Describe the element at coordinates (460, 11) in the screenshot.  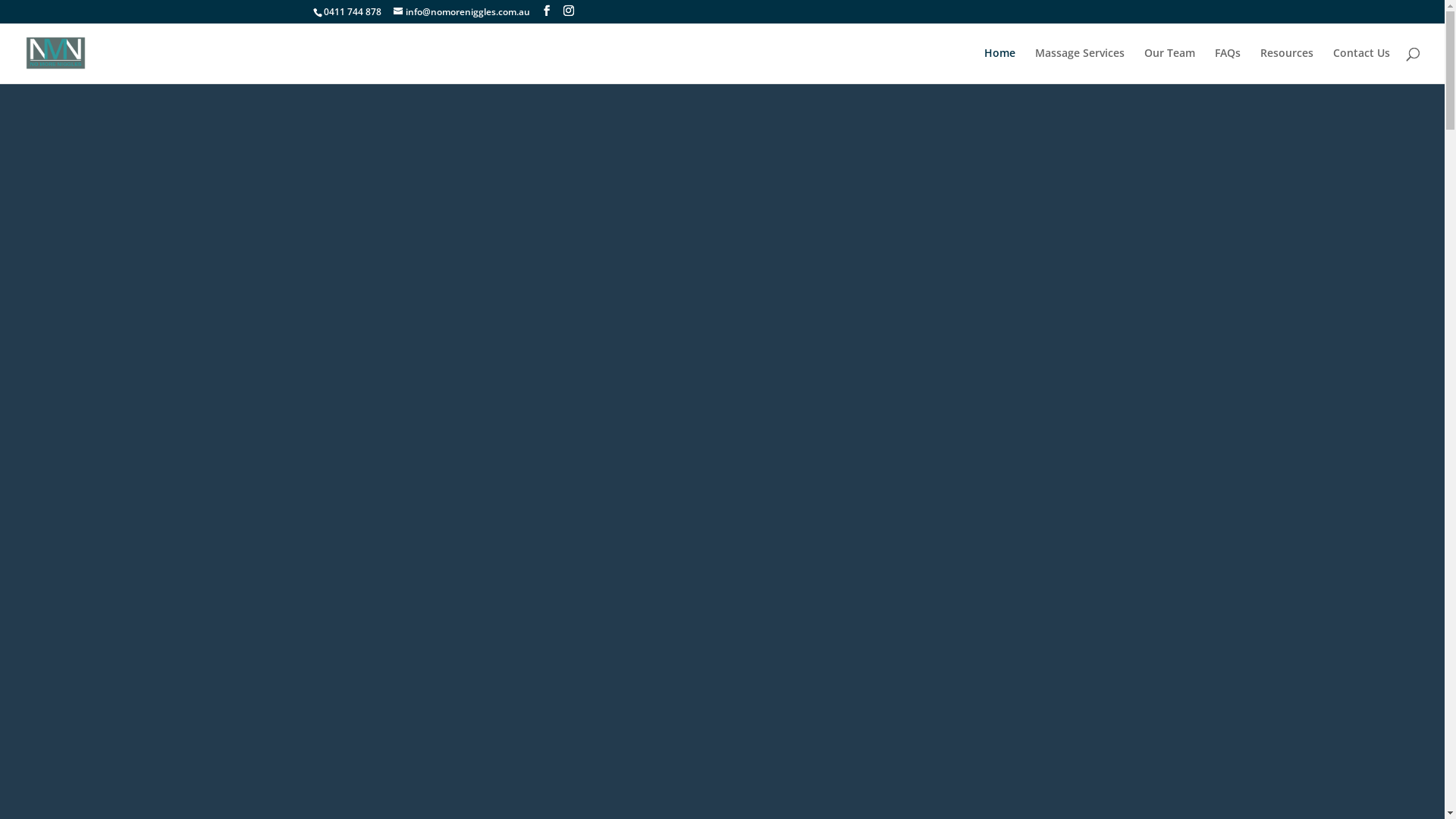
I see `'info@nomoreniggles.com.au'` at that location.